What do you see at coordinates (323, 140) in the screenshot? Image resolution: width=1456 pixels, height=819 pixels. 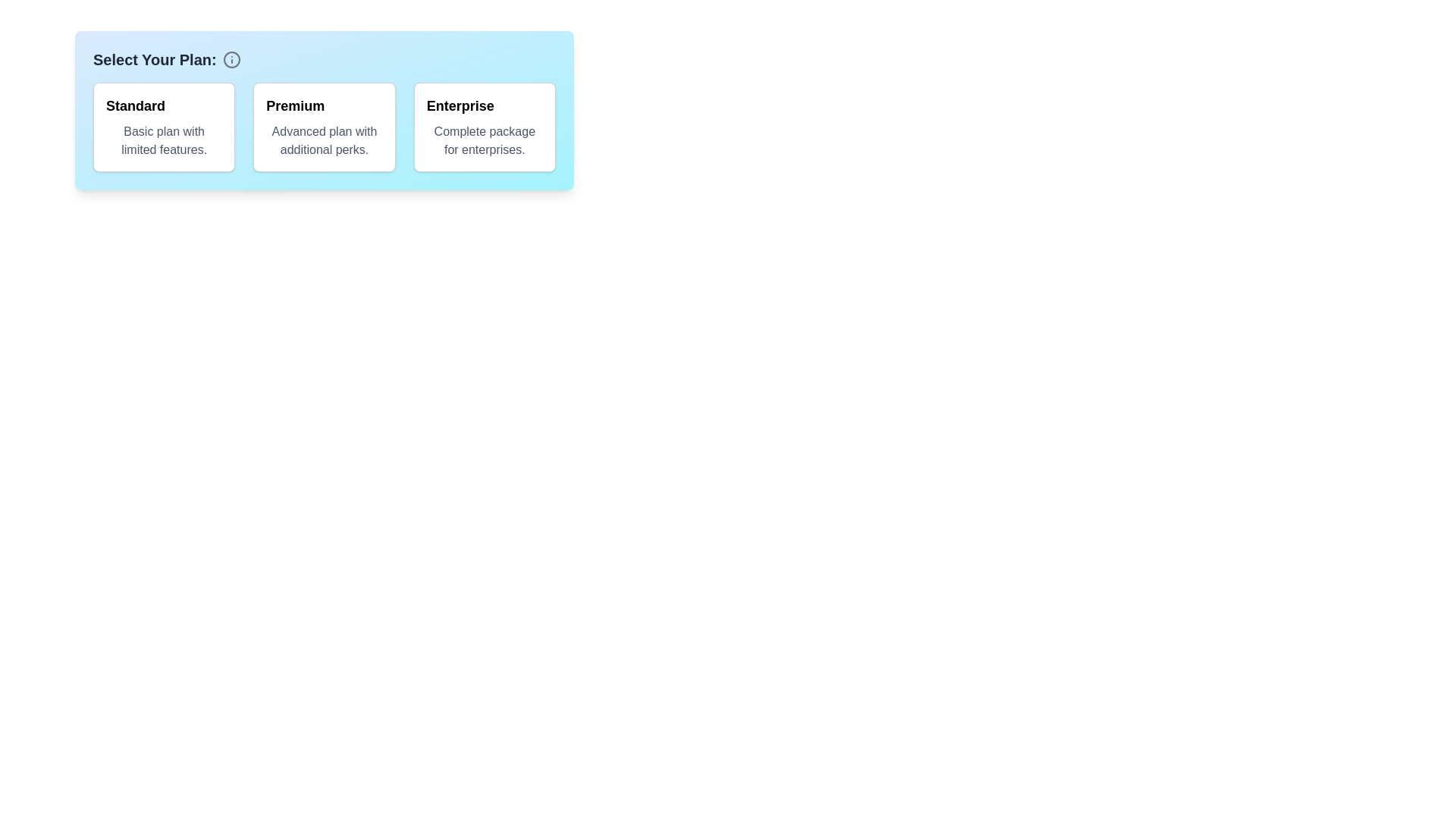 I see `the descriptive text element for the 'Premium' plan, which is located within the central card of three side-by-side cards under the 'Select Your Plan' header` at bounding box center [323, 140].